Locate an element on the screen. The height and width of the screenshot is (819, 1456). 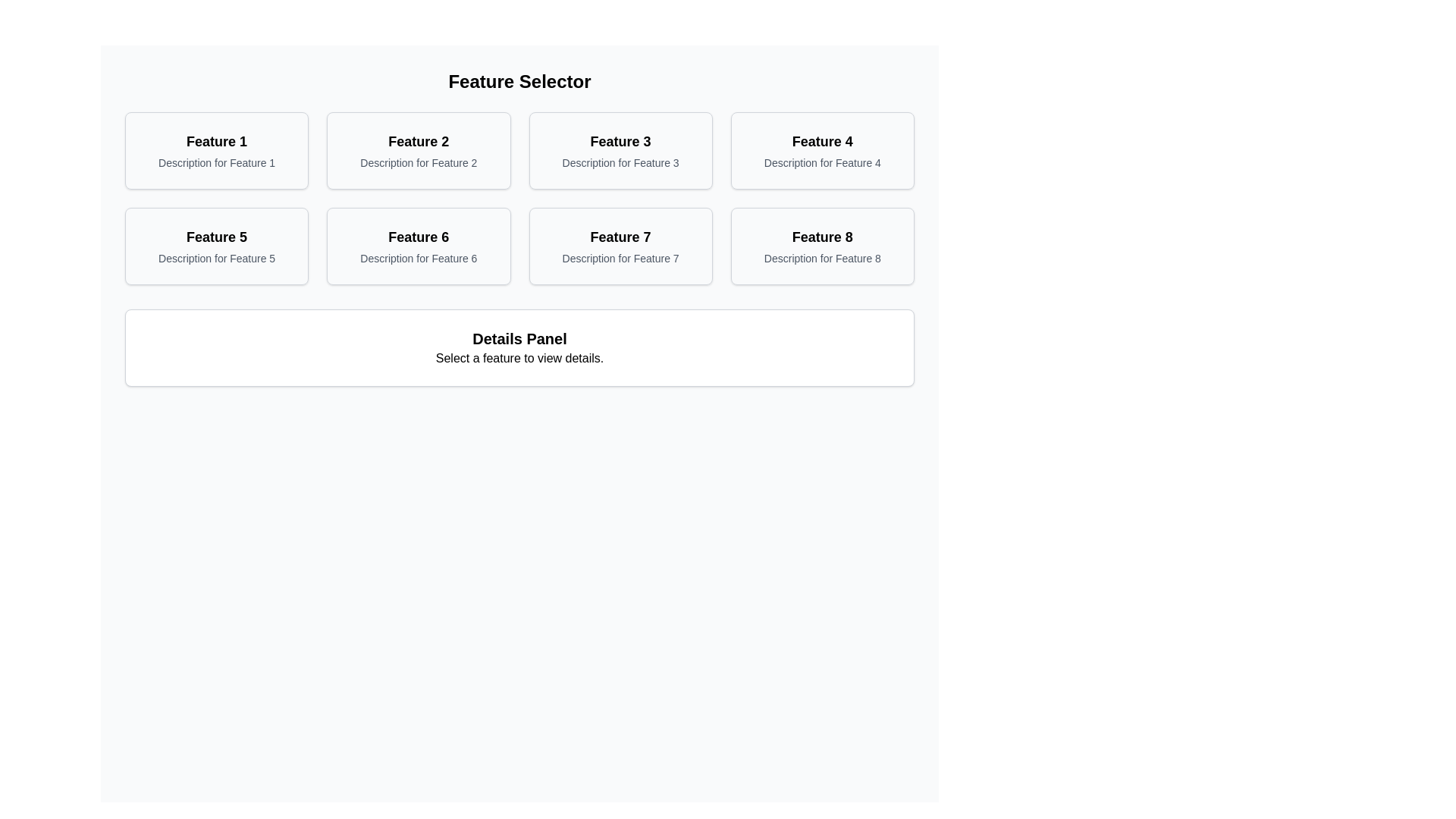
the Informational Card for 'Feature 8' located in the bottom-right corner of the grid layout is located at coordinates (821, 245).